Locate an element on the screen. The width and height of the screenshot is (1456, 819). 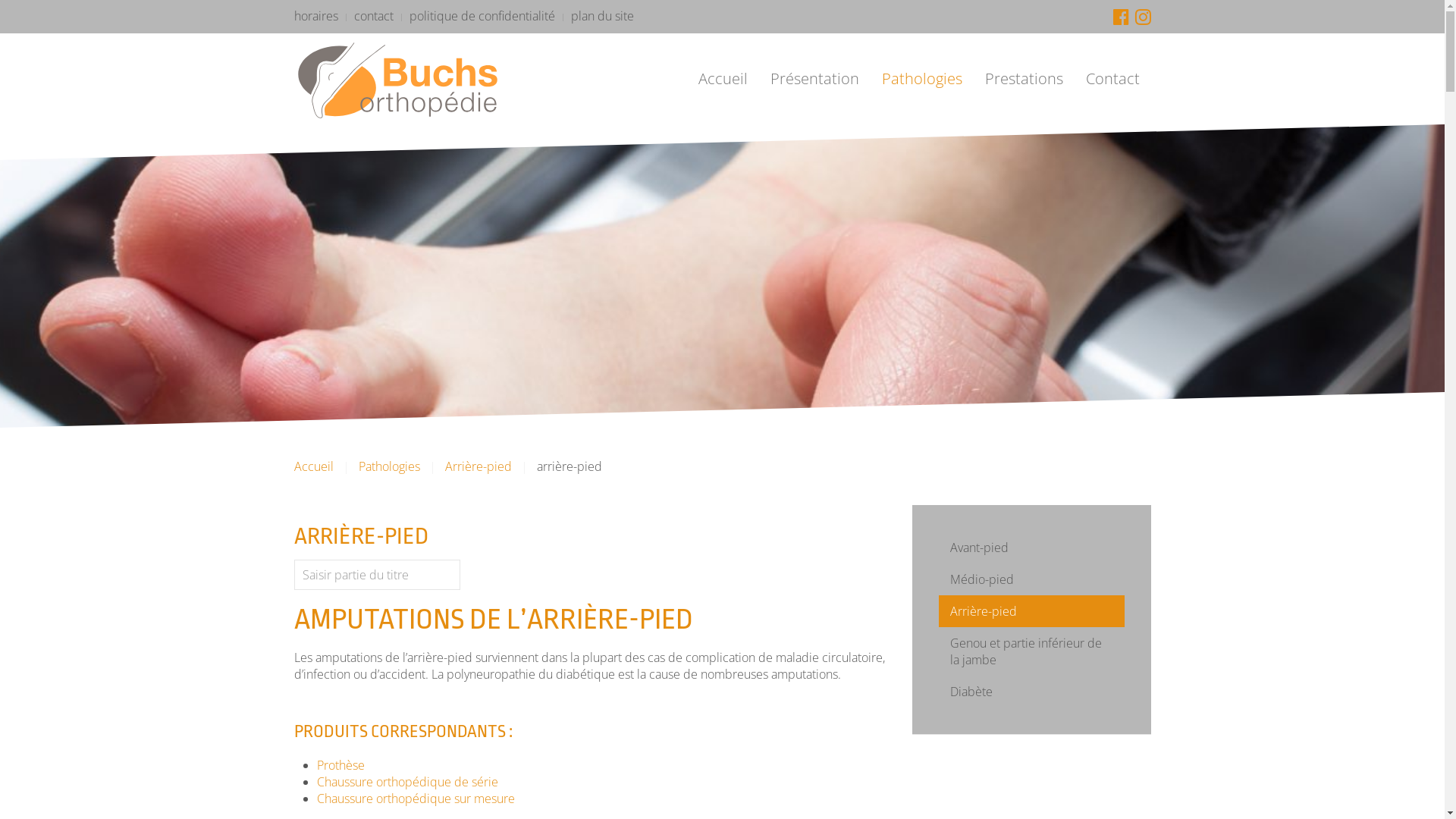
'horaires' is located at coordinates (315, 15).